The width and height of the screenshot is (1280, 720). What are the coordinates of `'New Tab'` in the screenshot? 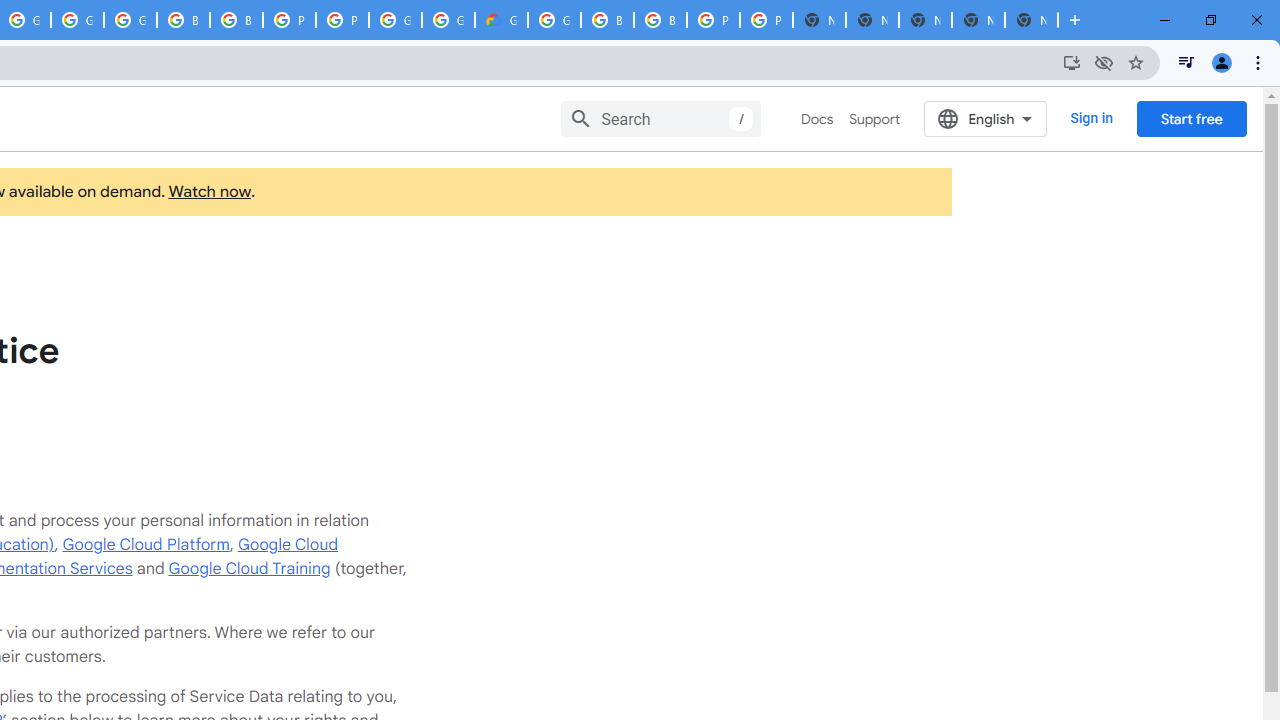 It's located at (1031, 20).